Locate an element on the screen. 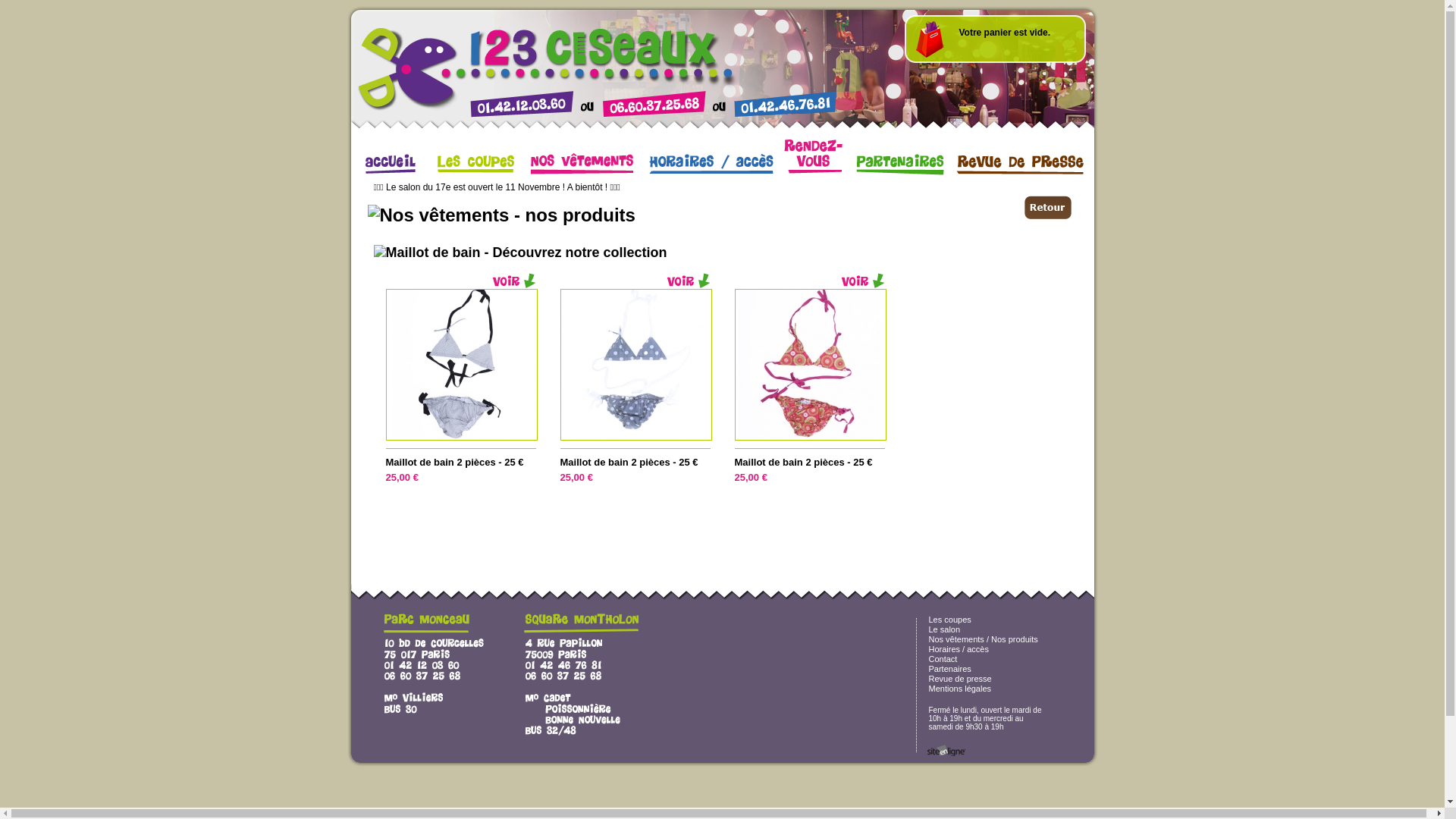 The width and height of the screenshot is (1456, 819). 'Partenaires' is located at coordinates (949, 668).